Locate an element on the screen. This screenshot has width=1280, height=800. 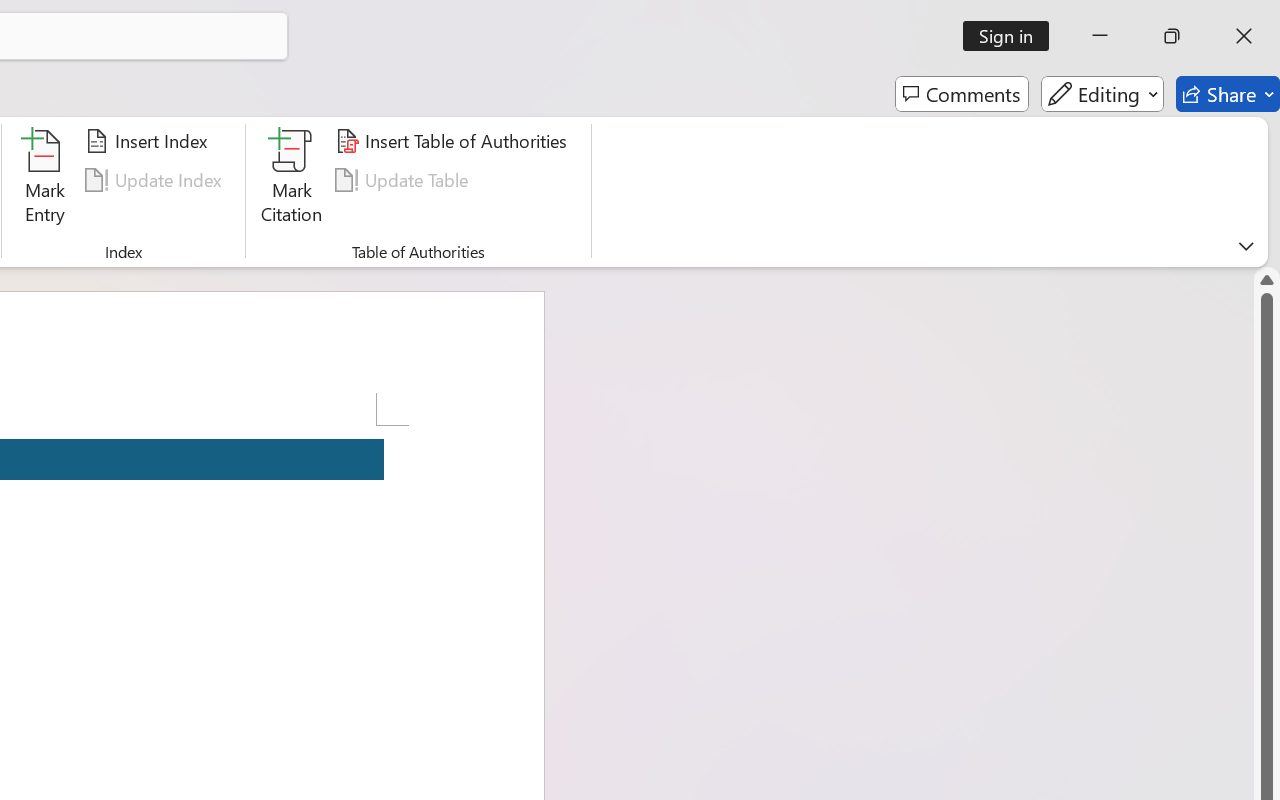
'Line up' is located at coordinates (1266, 280).